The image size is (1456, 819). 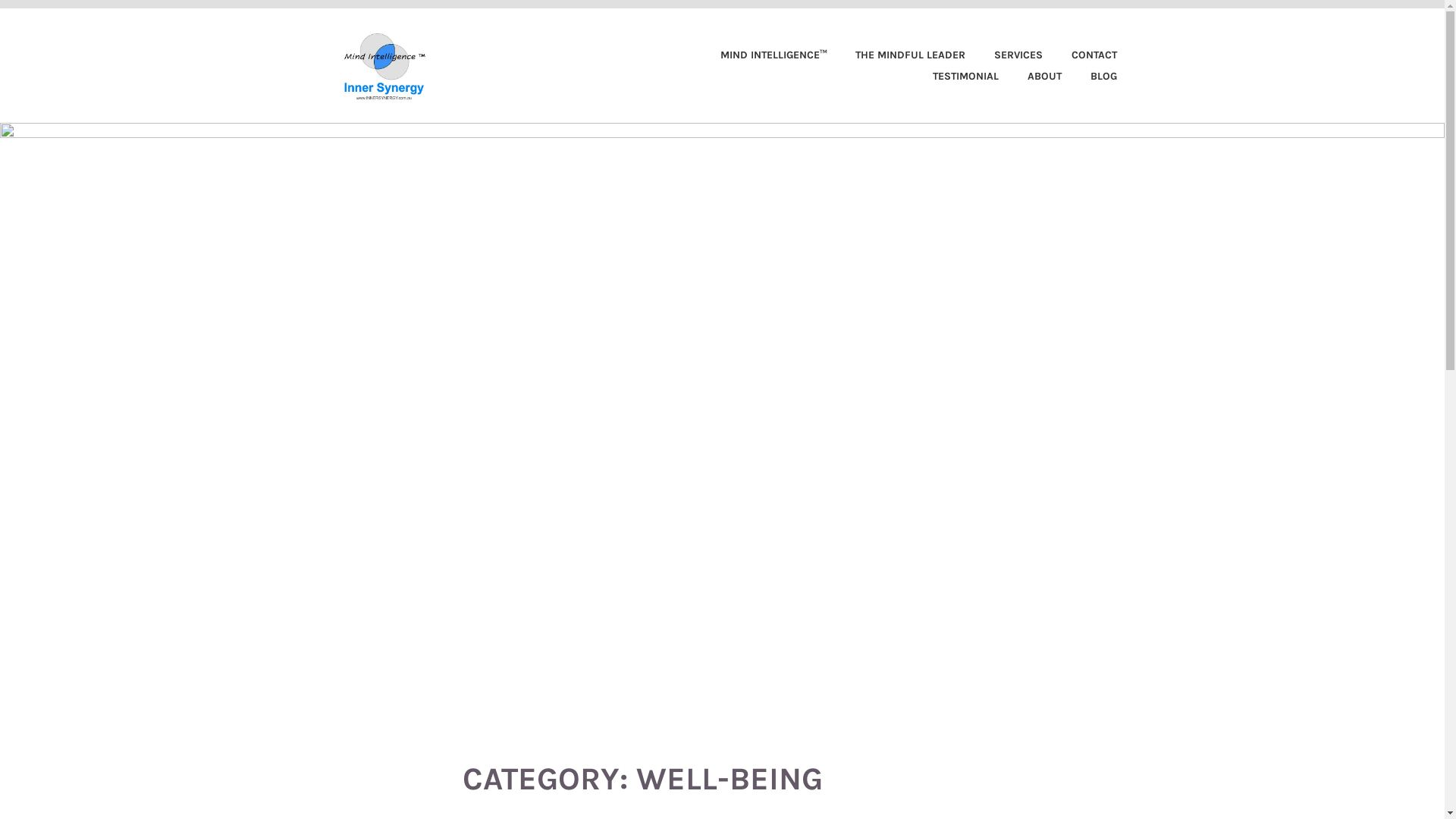 What do you see at coordinates (952, 76) in the screenshot?
I see `'TESTIMONIAL'` at bounding box center [952, 76].